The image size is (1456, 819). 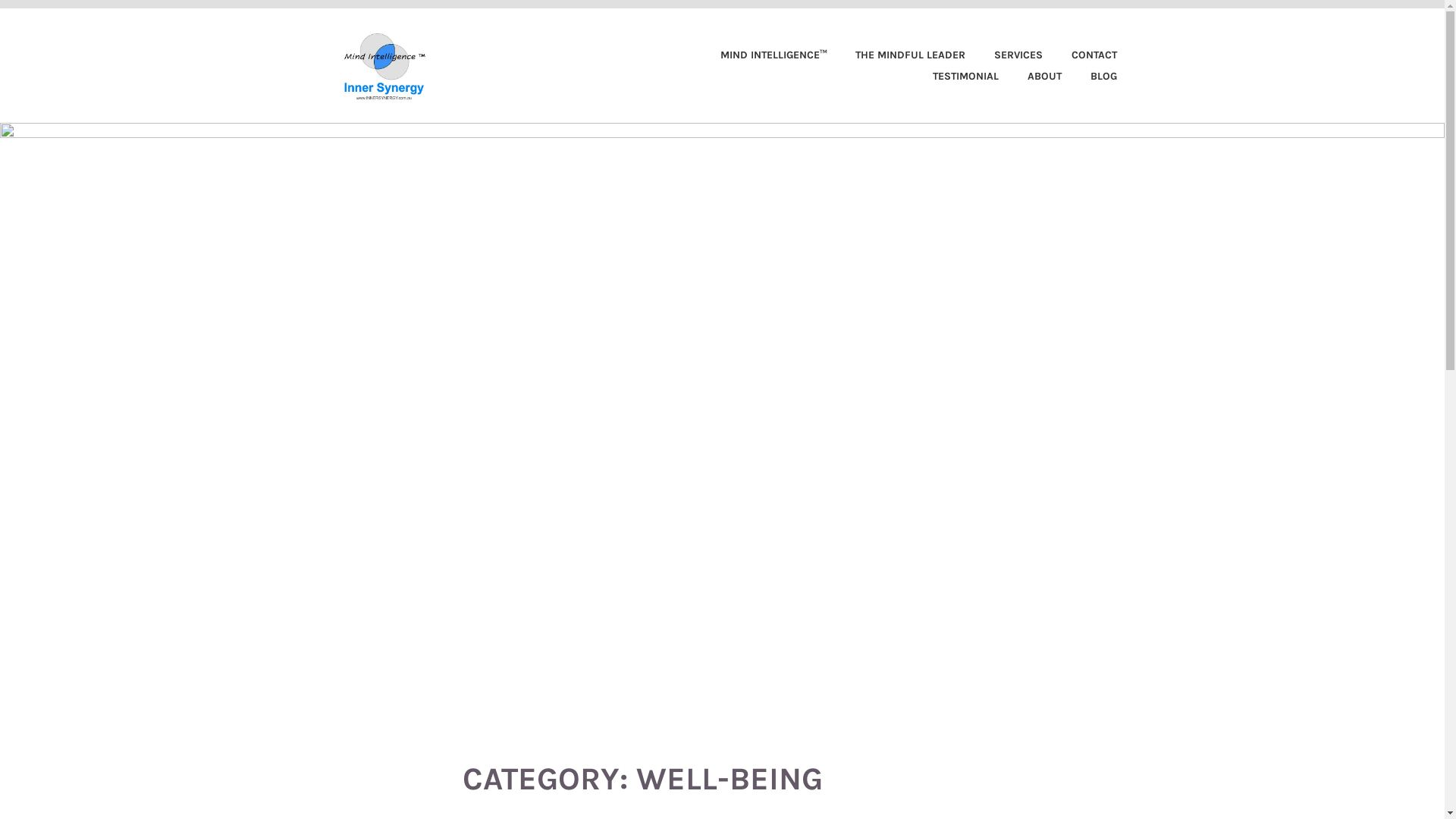 What do you see at coordinates (952, 76) in the screenshot?
I see `'TESTIMONIAL'` at bounding box center [952, 76].